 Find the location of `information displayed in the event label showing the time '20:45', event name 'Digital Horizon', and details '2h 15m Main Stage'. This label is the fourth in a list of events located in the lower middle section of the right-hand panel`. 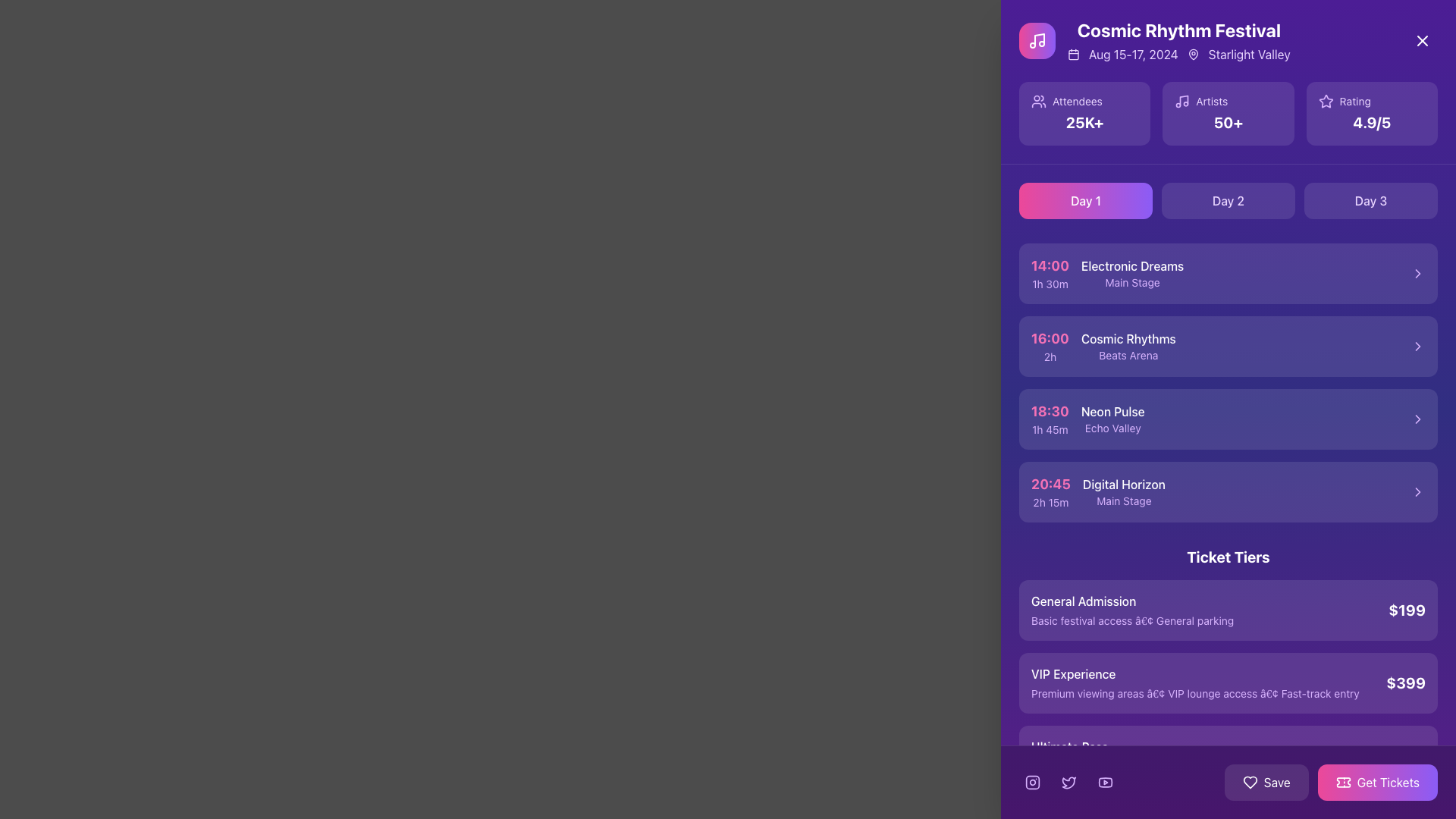

information displayed in the event label showing the time '20:45', event name 'Digital Horizon', and details '2h 15m Main Stage'. This label is the fourth in a list of events located in the lower middle section of the right-hand panel is located at coordinates (1098, 491).